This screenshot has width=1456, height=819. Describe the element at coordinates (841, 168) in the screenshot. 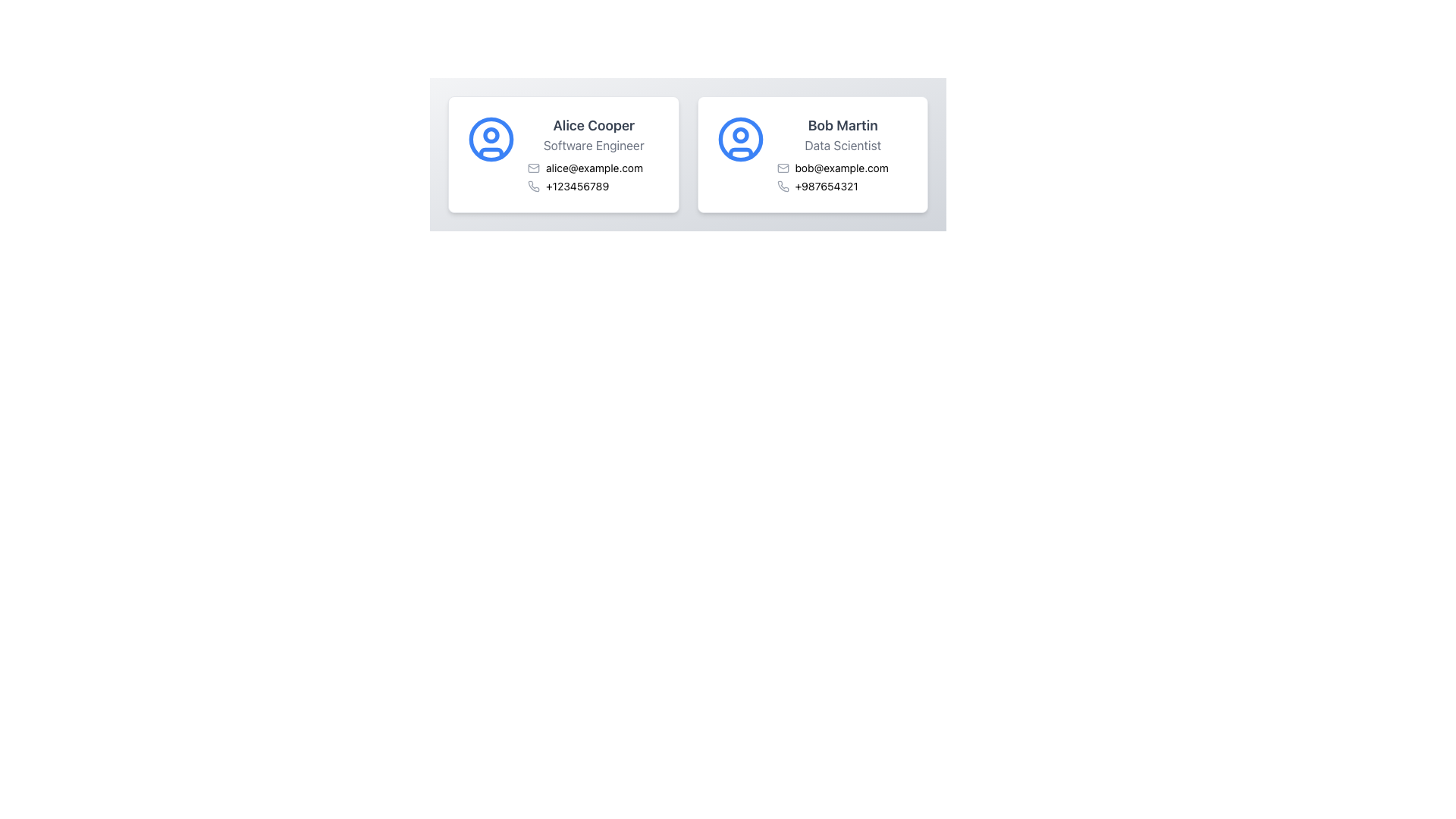

I see `the email hyperlink located in Bob Martin's profile, positioned below their name and title, next to the envelope icon` at that location.